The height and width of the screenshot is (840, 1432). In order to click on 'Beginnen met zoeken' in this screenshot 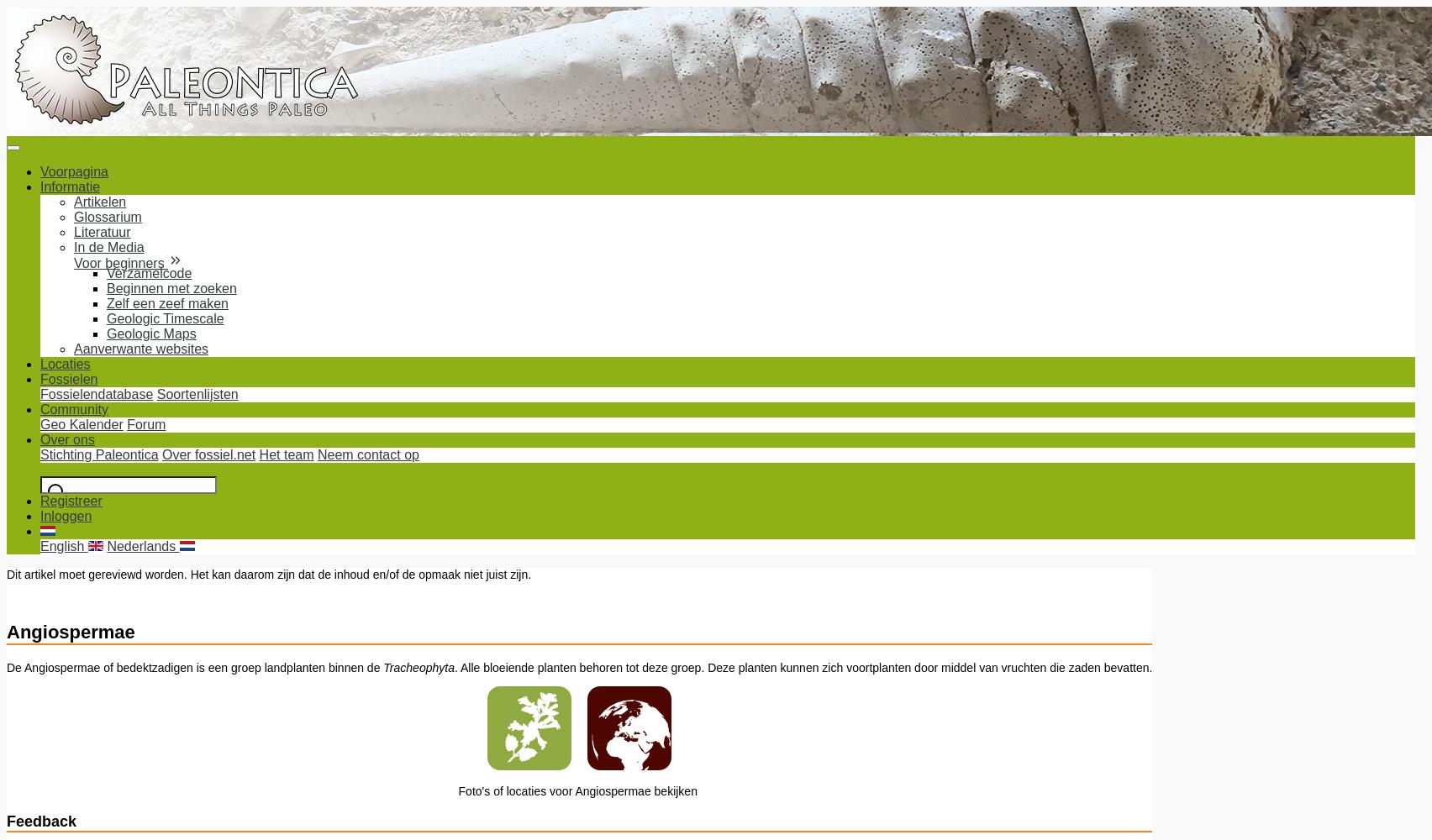, I will do `click(171, 287)`.